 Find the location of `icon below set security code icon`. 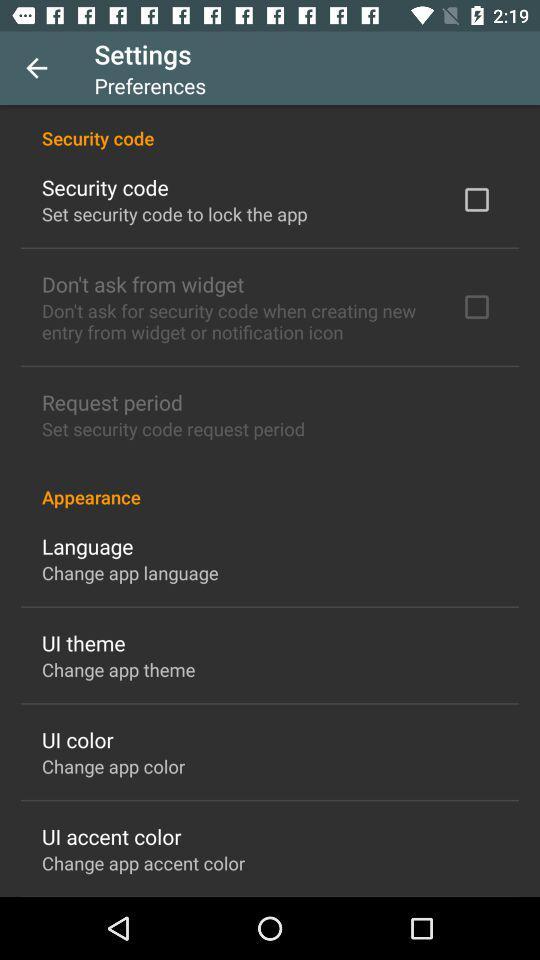

icon below set security code icon is located at coordinates (270, 485).